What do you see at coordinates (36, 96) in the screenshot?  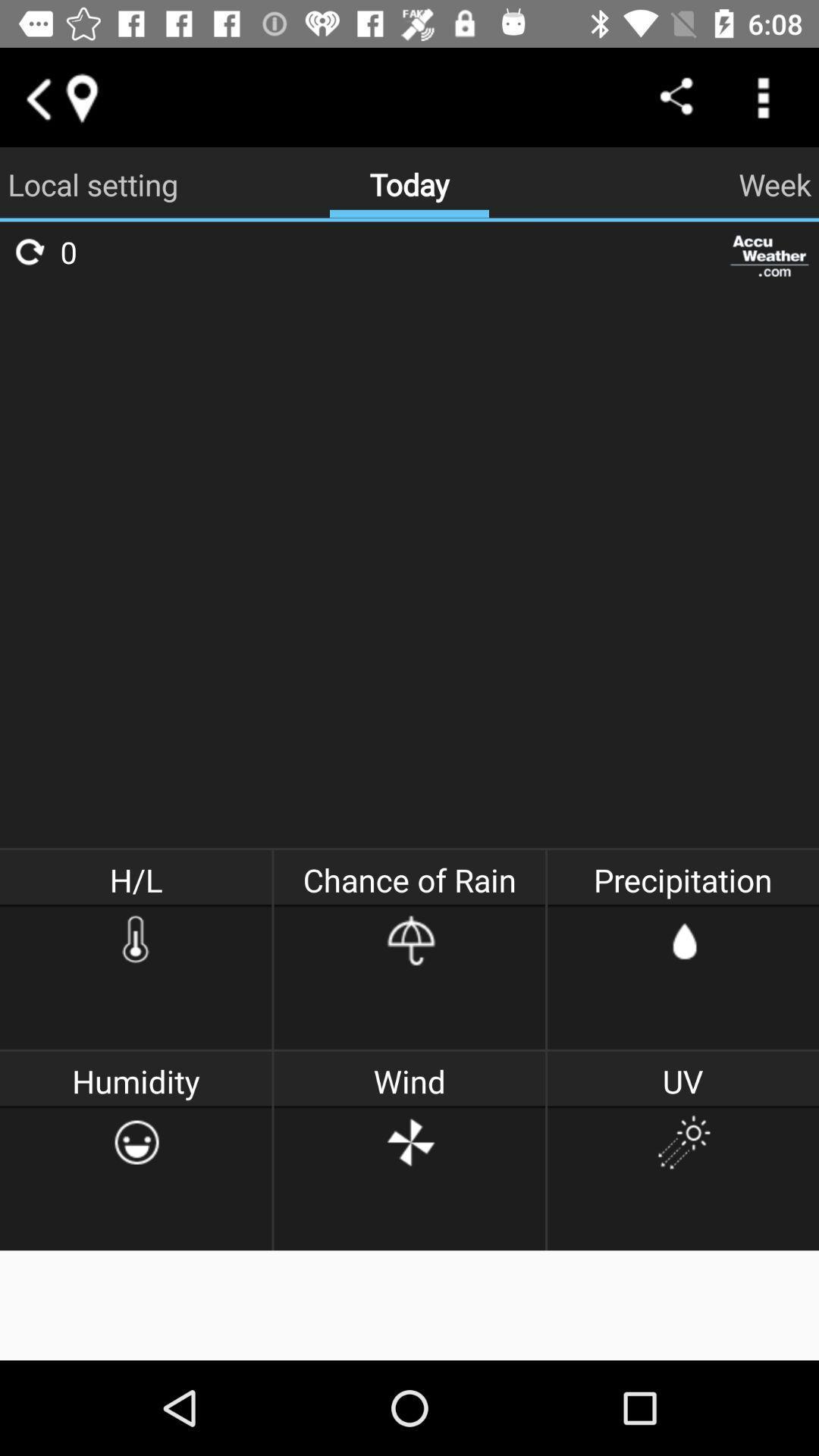 I see `the arrow_backward icon` at bounding box center [36, 96].